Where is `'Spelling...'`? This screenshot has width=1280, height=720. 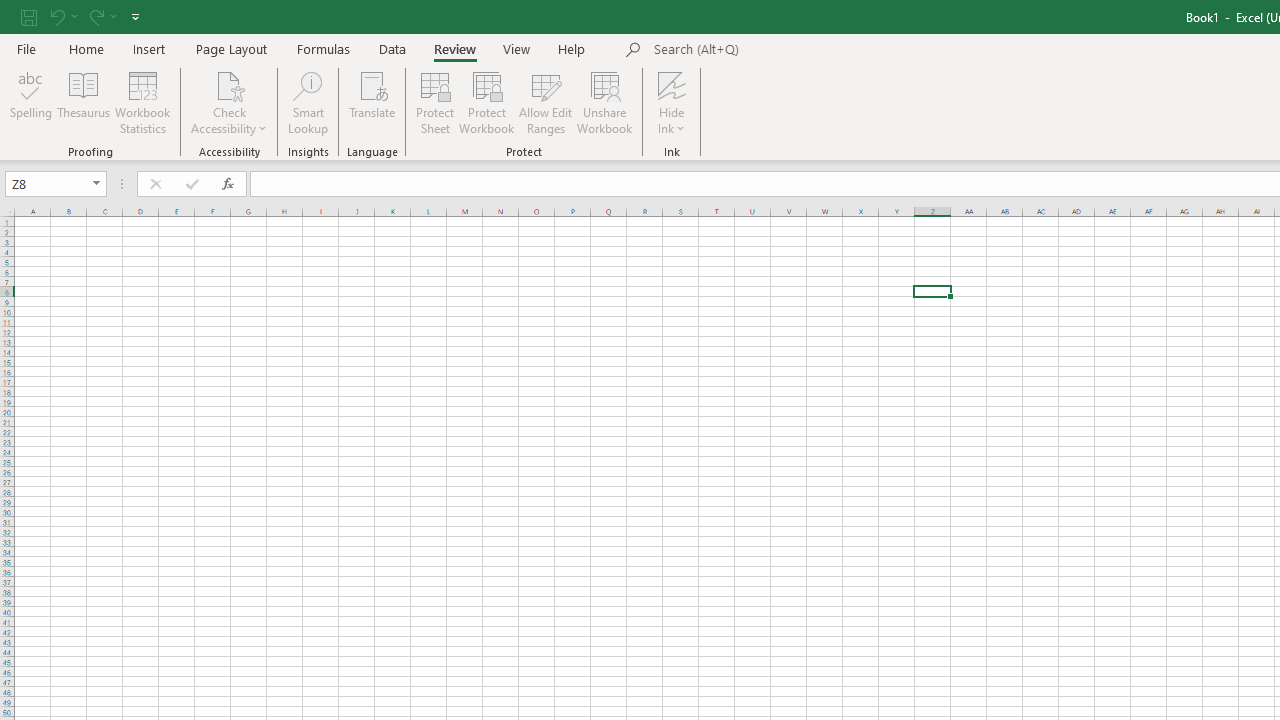
'Spelling...' is located at coordinates (31, 103).